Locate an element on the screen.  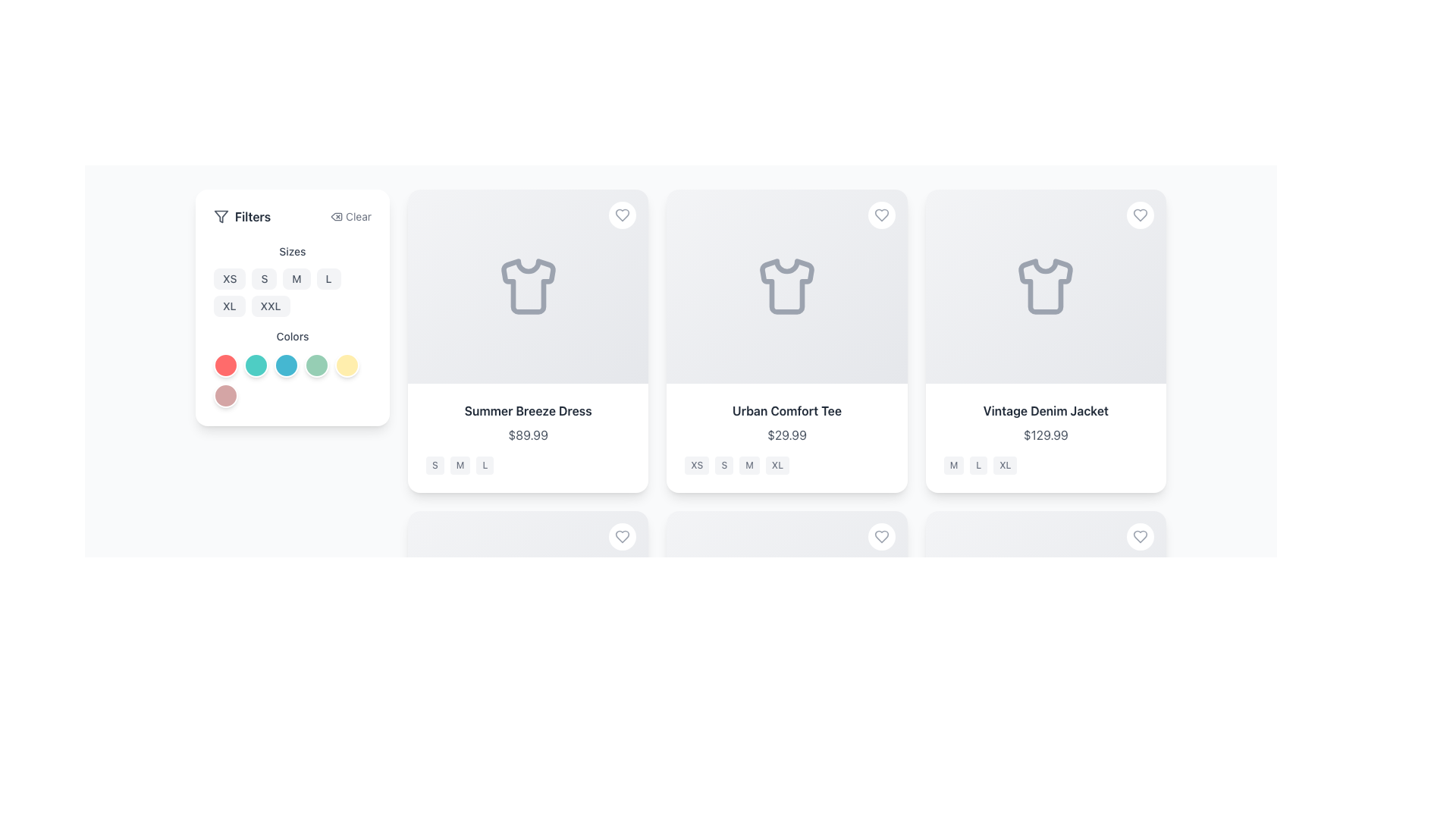
the button element located in the upper-right corner of the filter section of the sidebar to clear any active filters is located at coordinates (350, 216).